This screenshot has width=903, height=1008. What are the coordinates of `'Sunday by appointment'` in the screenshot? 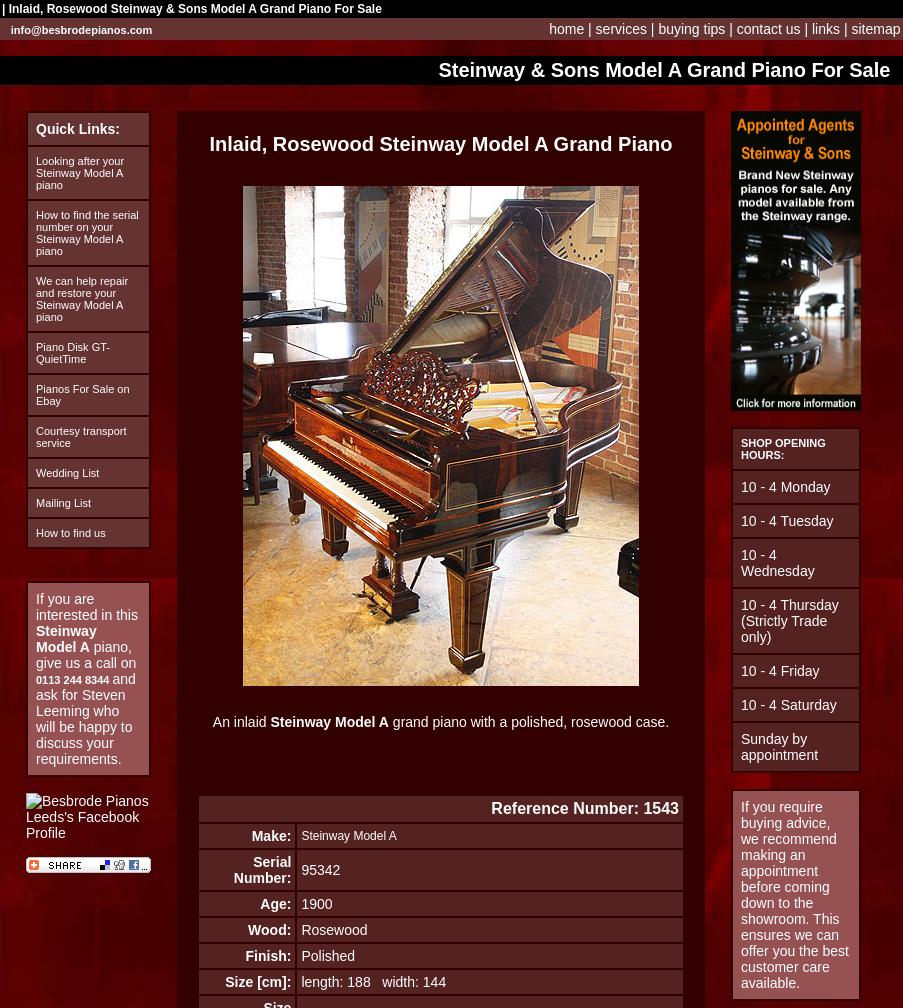 It's located at (778, 747).